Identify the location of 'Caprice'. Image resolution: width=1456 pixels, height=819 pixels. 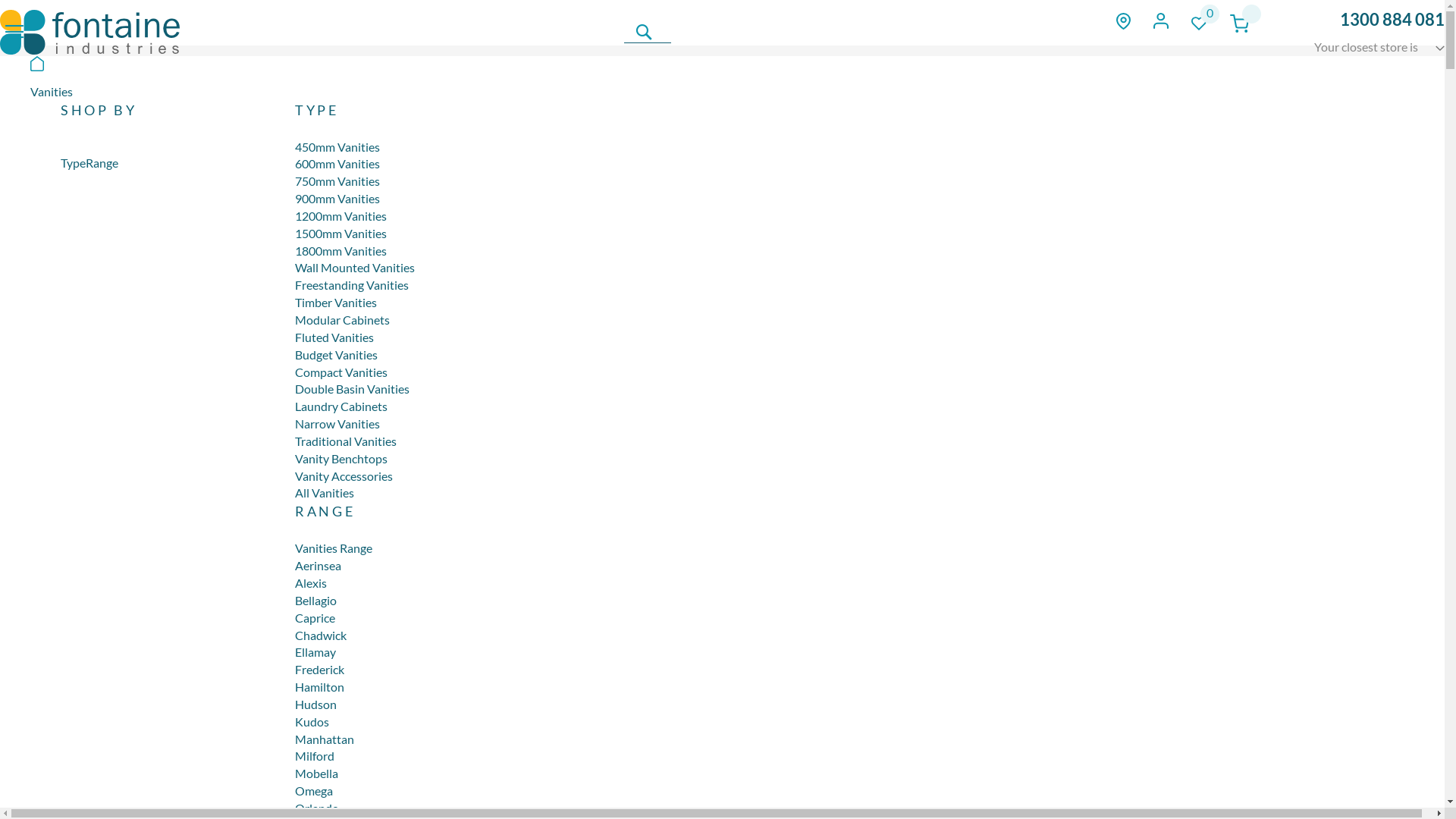
(314, 617).